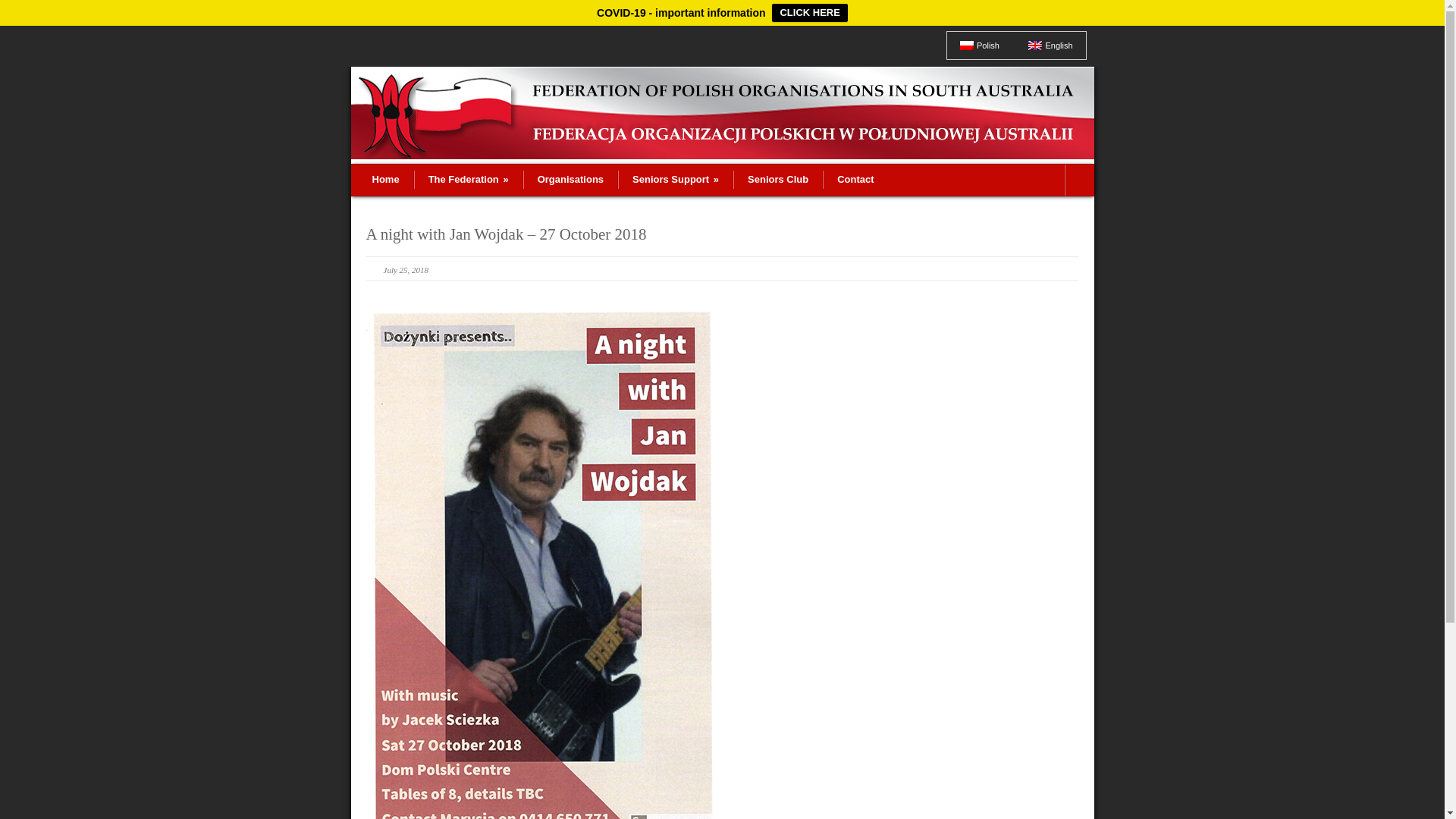 The height and width of the screenshot is (819, 1456). What do you see at coordinates (966, 45) in the screenshot?
I see `'polski'` at bounding box center [966, 45].